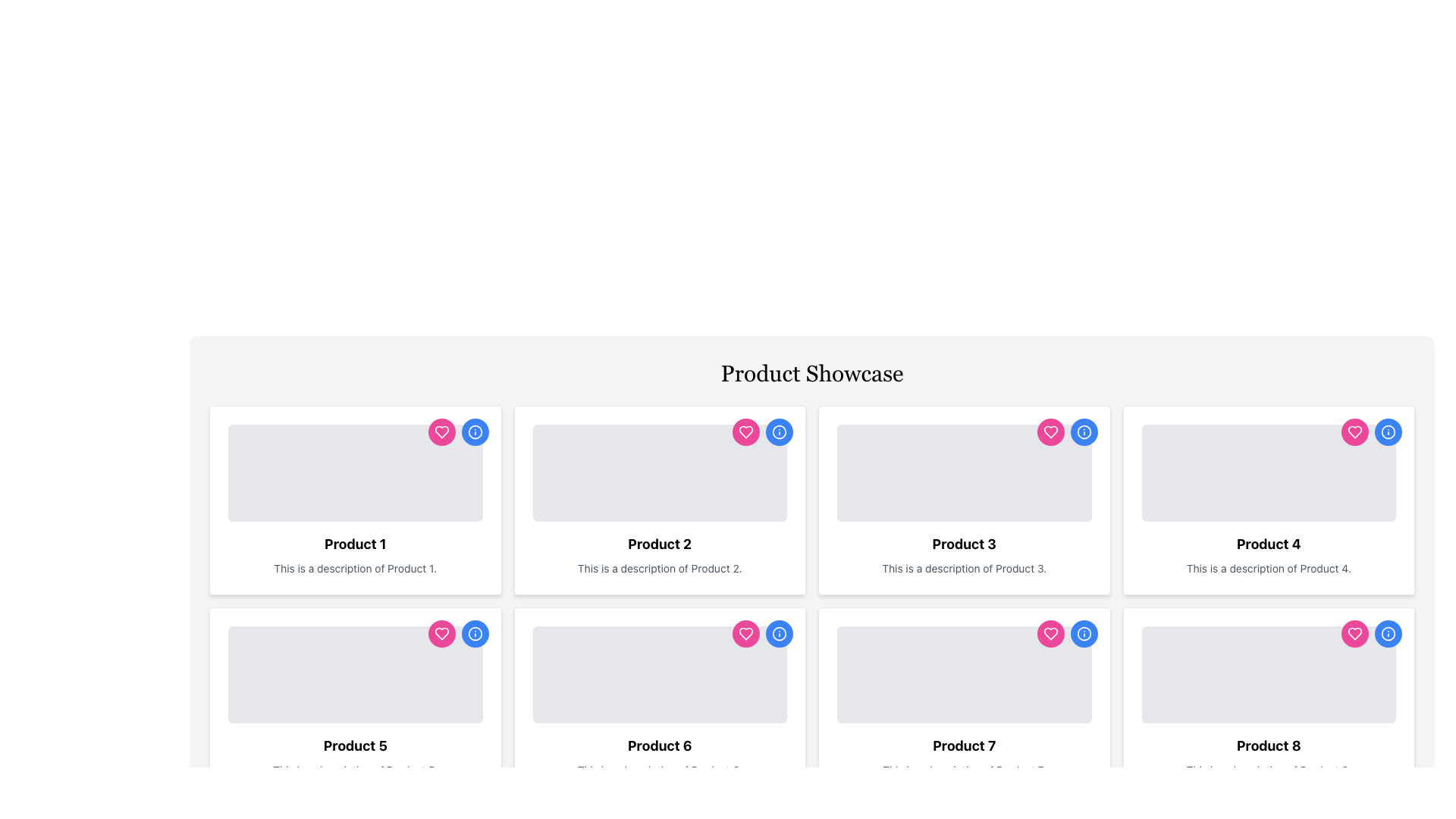  I want to click on the circle element outlined with the current color, located in the upper-right corner of the card labeled 'Product 2', so click(779, 432).